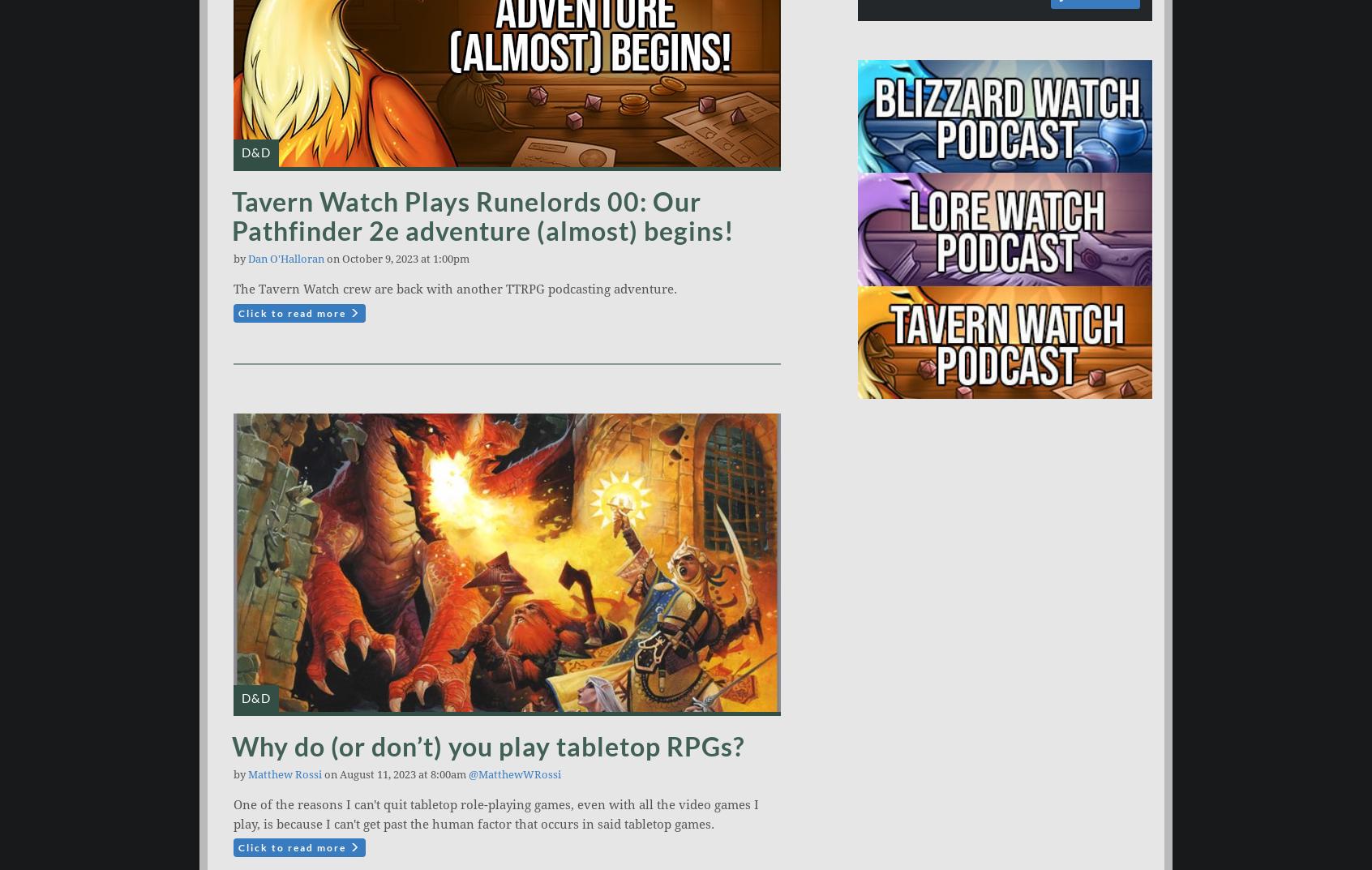 The width and height of the screenshot is (1372, 870). What do you see at coordinates (455, 289) in the screenshot?
I see `'The Tavern Watch crew are back with another TTRPG podcasting adventure.'` at bounding box center [455, 289].